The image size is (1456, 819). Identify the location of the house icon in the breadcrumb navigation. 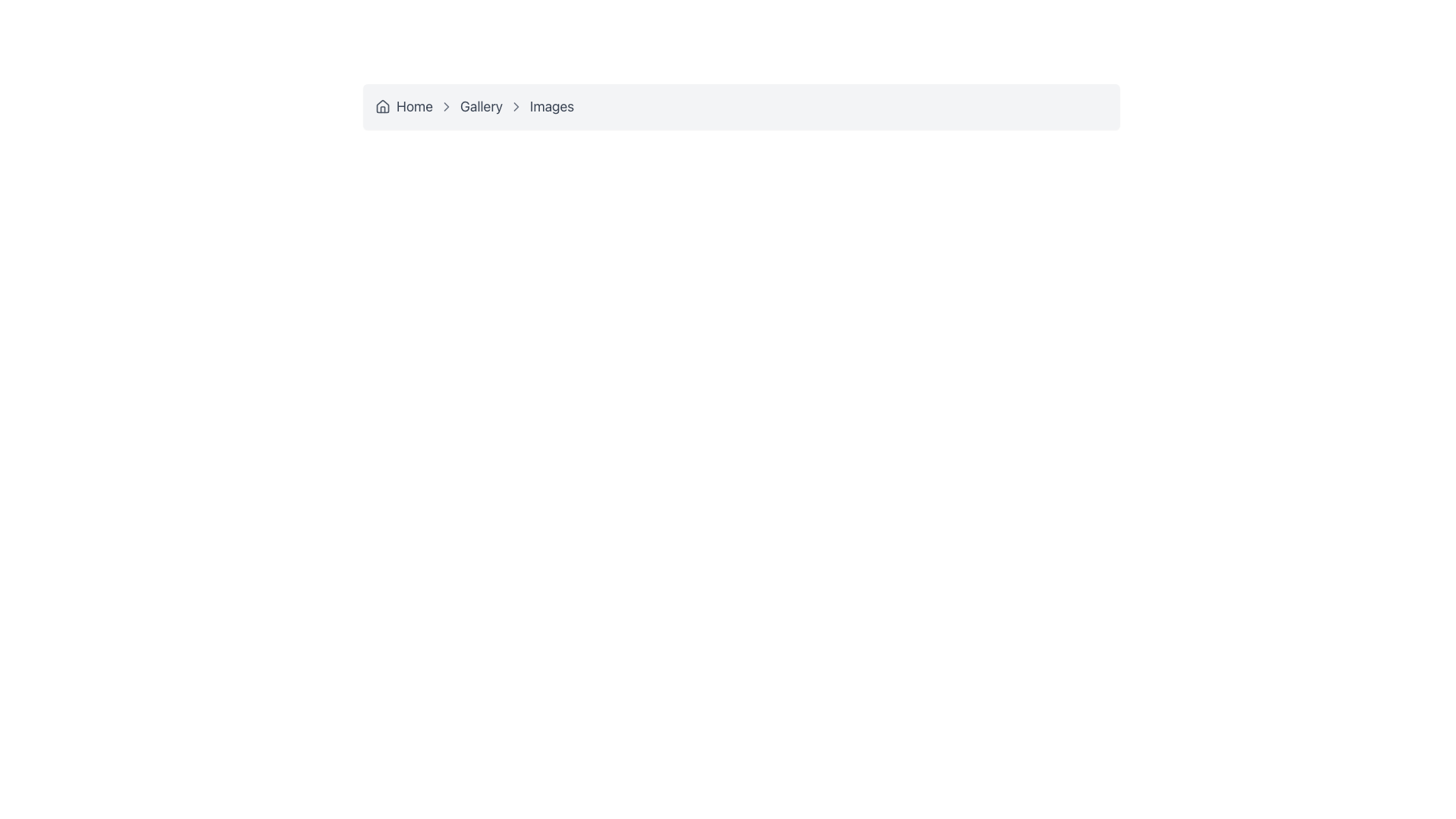
(382, 105).